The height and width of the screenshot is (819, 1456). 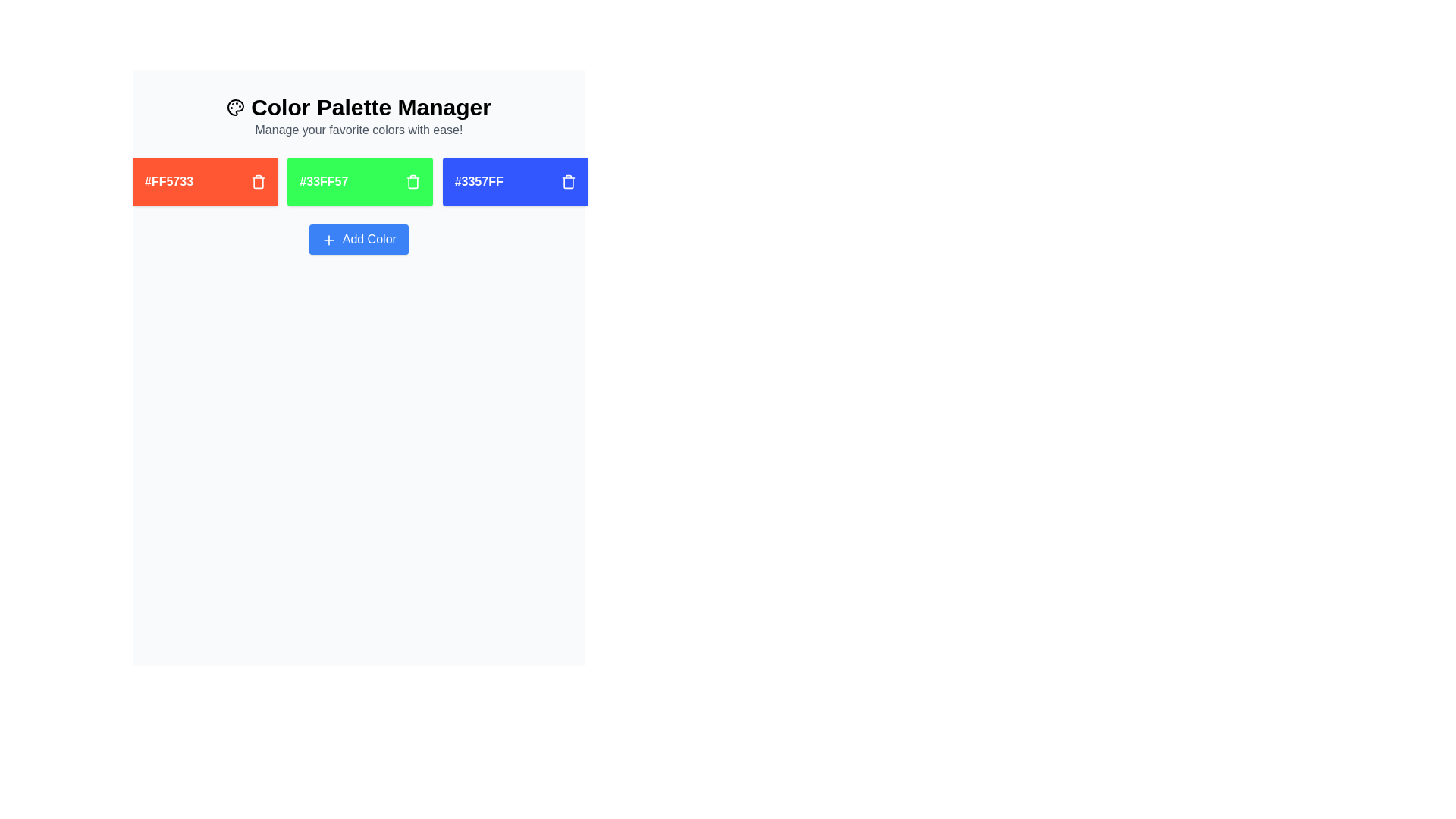 What do you see at coordinates (235, 107) in the screenshot?
I see `the paint palette graphical icon located to the left of the 'Color Palette Manager' title at the top of the interface` at bounding box center [235, 107].